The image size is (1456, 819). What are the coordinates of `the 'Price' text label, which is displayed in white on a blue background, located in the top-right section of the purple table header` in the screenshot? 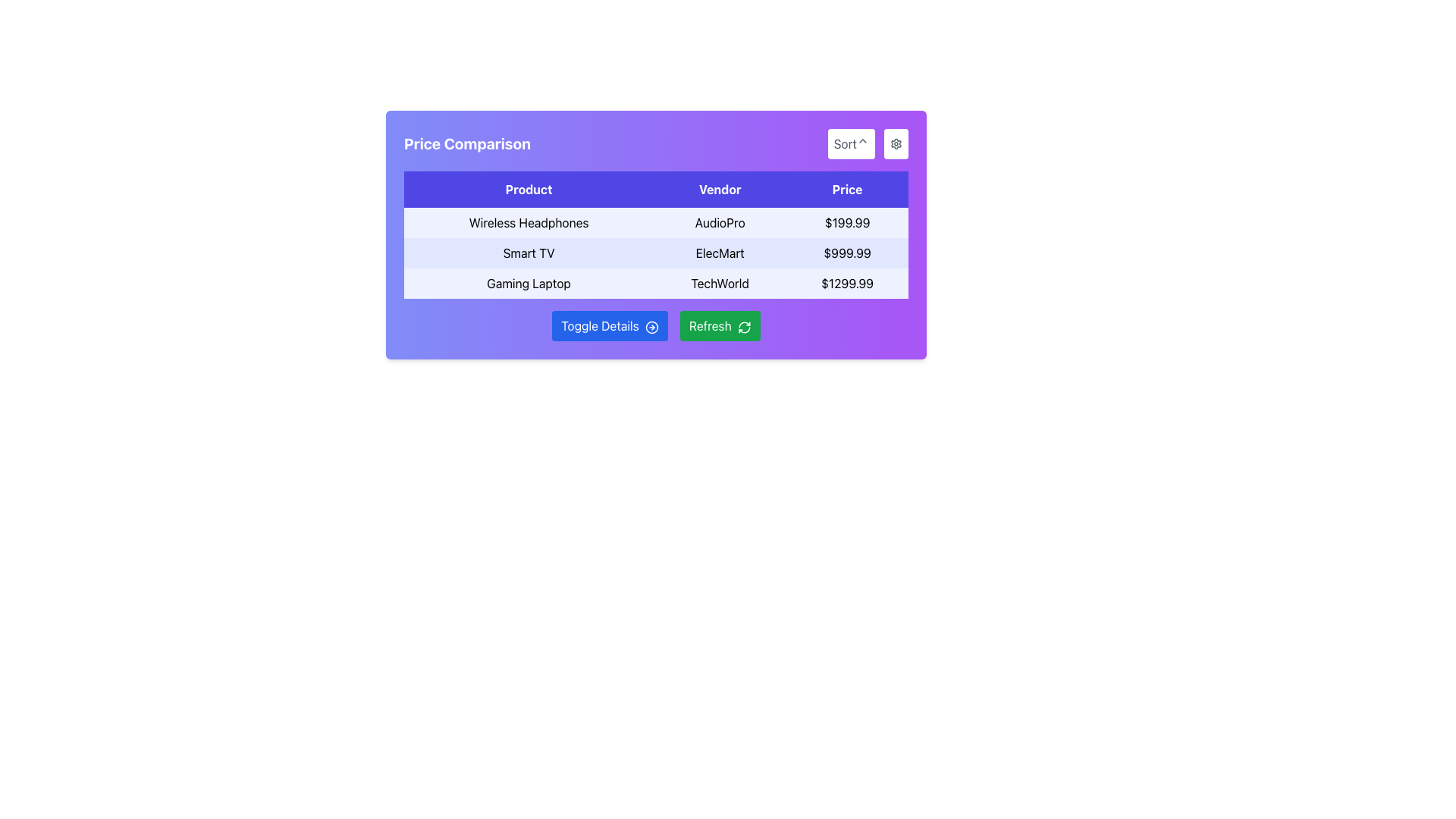 It's located at (846, 189).